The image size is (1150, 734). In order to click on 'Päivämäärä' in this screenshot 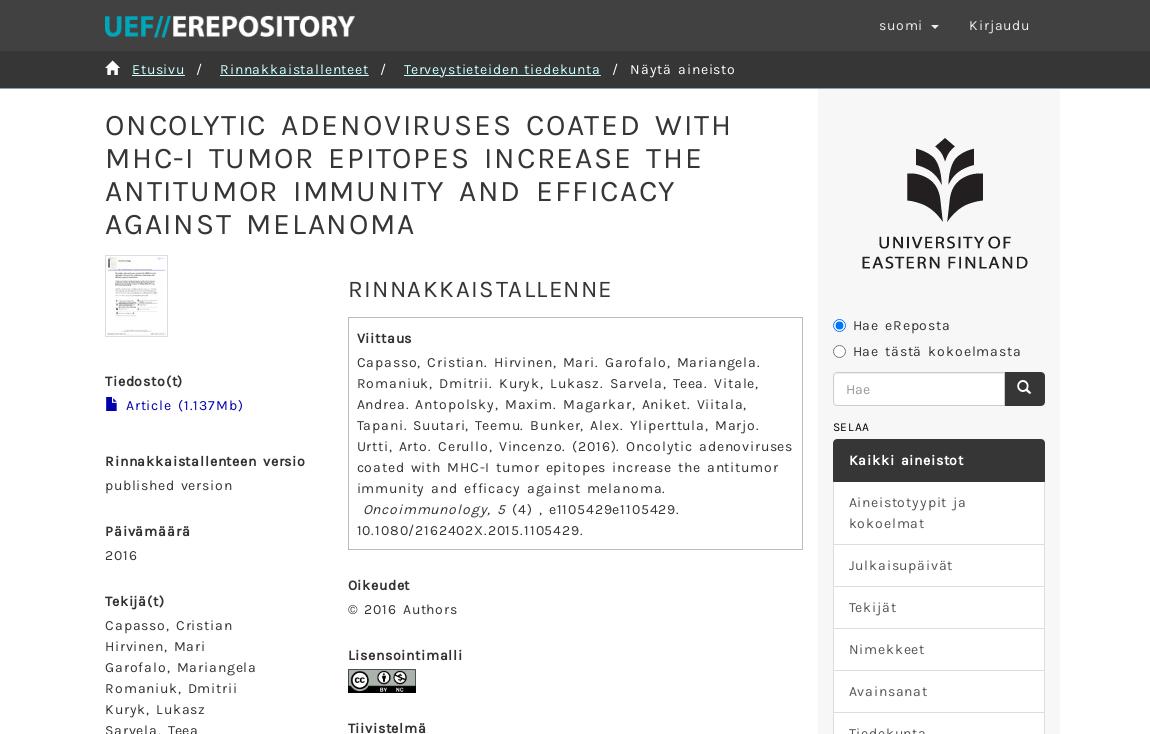, I will do `click(146, 530)`.